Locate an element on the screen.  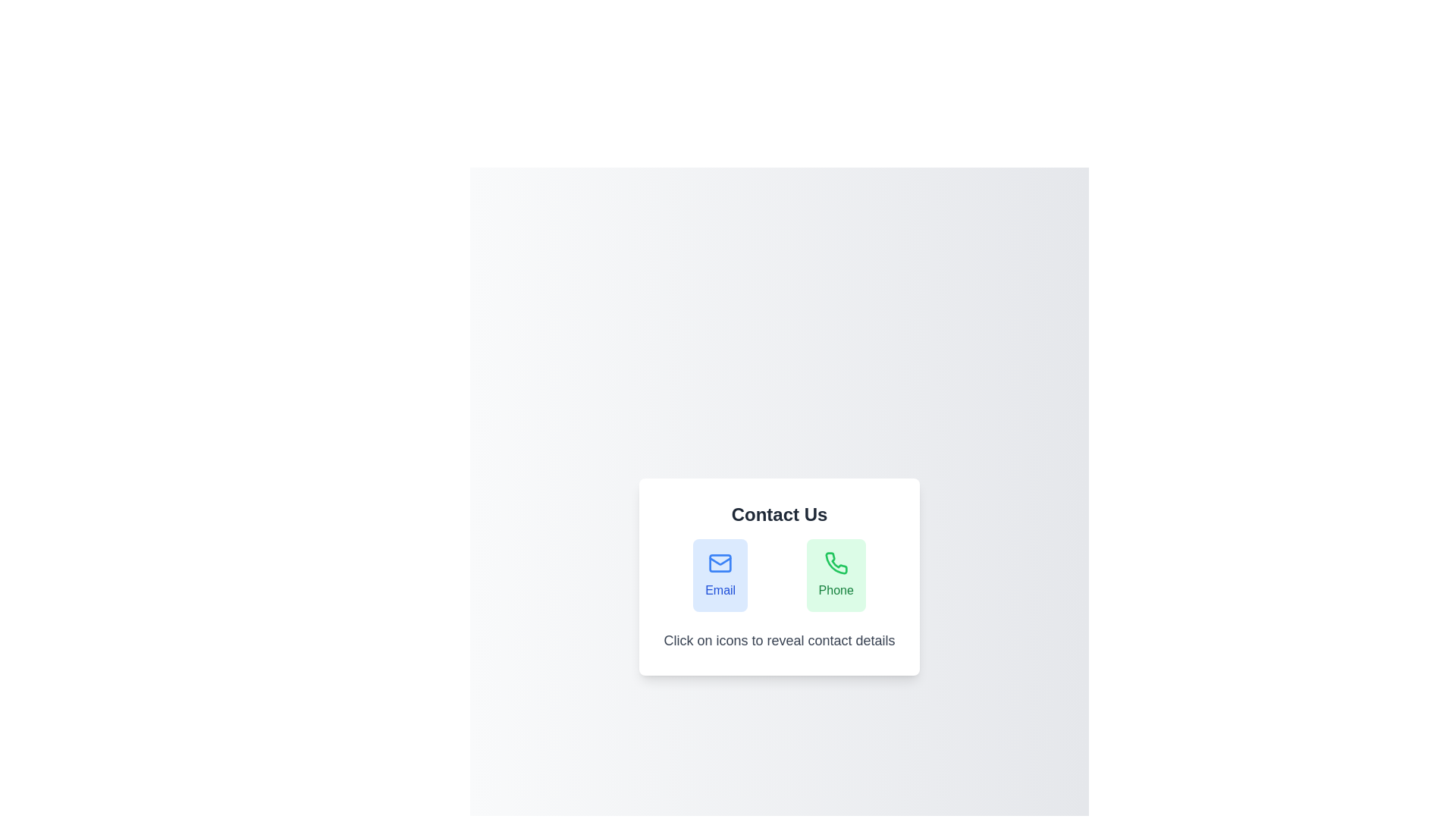
the SVG icon labeled 'Email' located within a light blue rounded rectangular box is located at coordinates (720, 563).